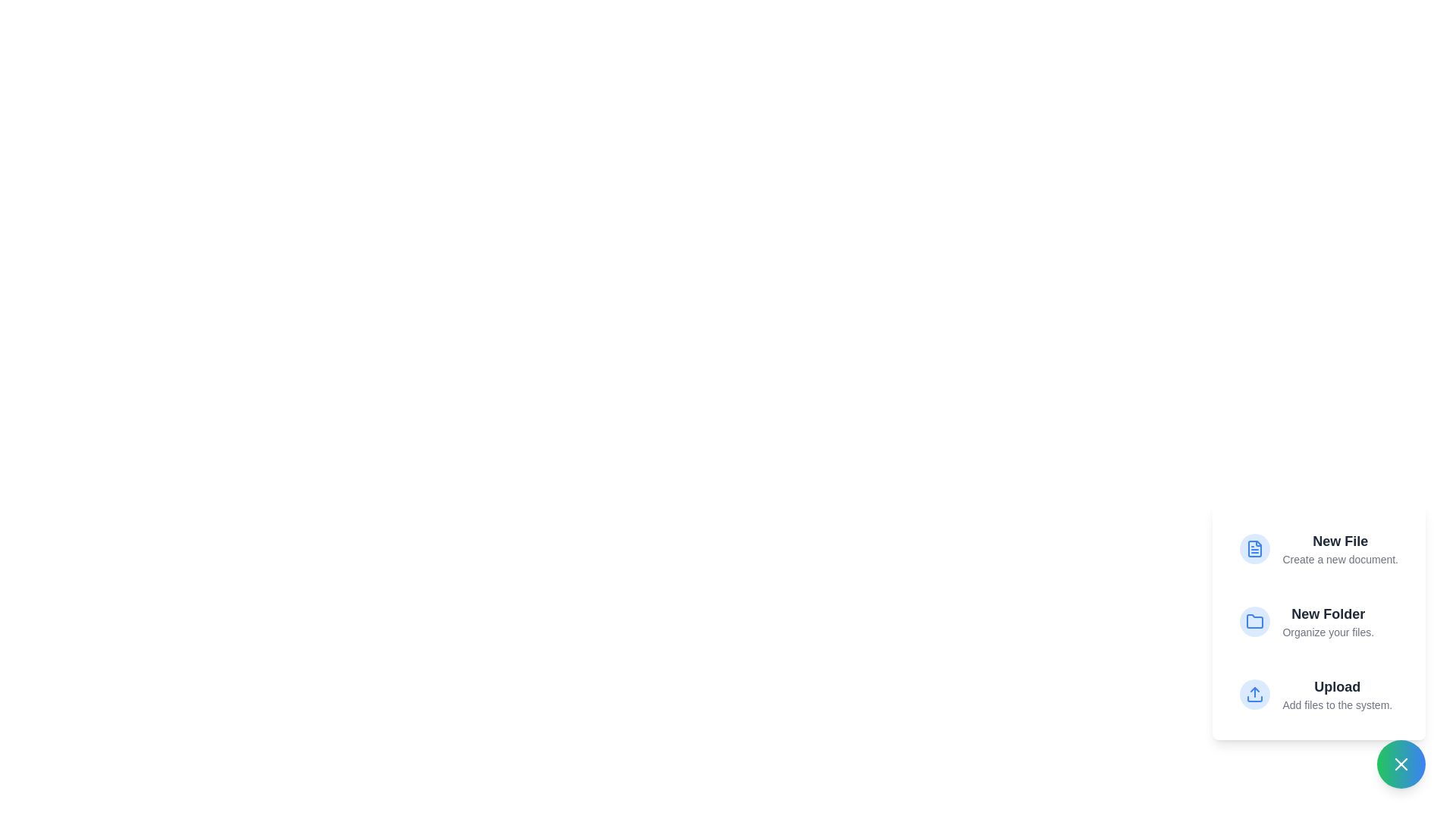  What do you see at coordinates (1318, 549) in the screenshot?
I see `the 'New File' option to create a new document` at bounding box center [1318, 549].